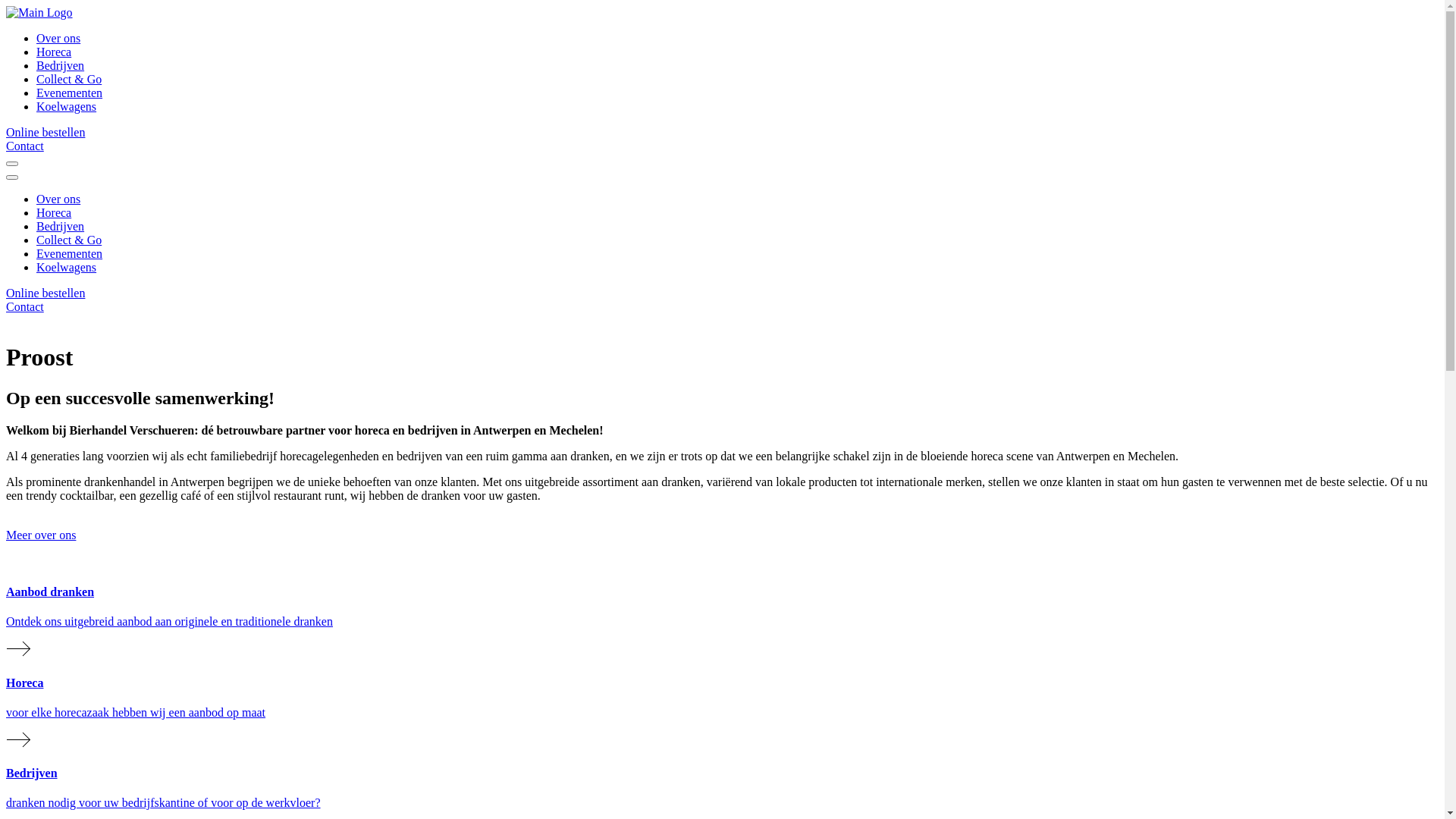  Describe the element at coordinates (68, 79) in the screenshot. I see `'Collect & Go'` at that location.